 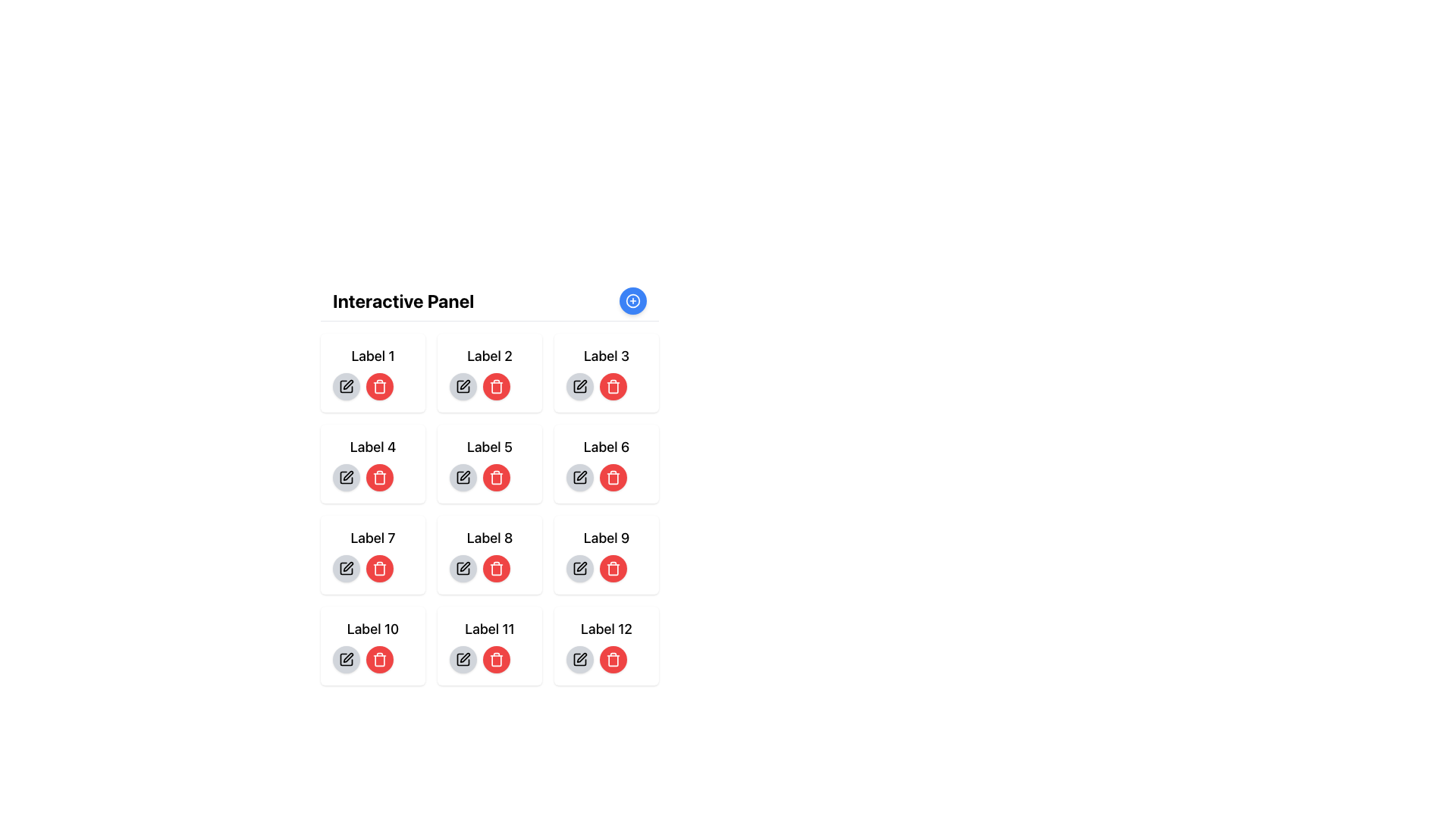 What do you see at coordinates (607, 646) in the screenshot?
I see `the trash button located in the bottom-right corner of the grid layout, which allows the user` at bounding box center [607, 646].